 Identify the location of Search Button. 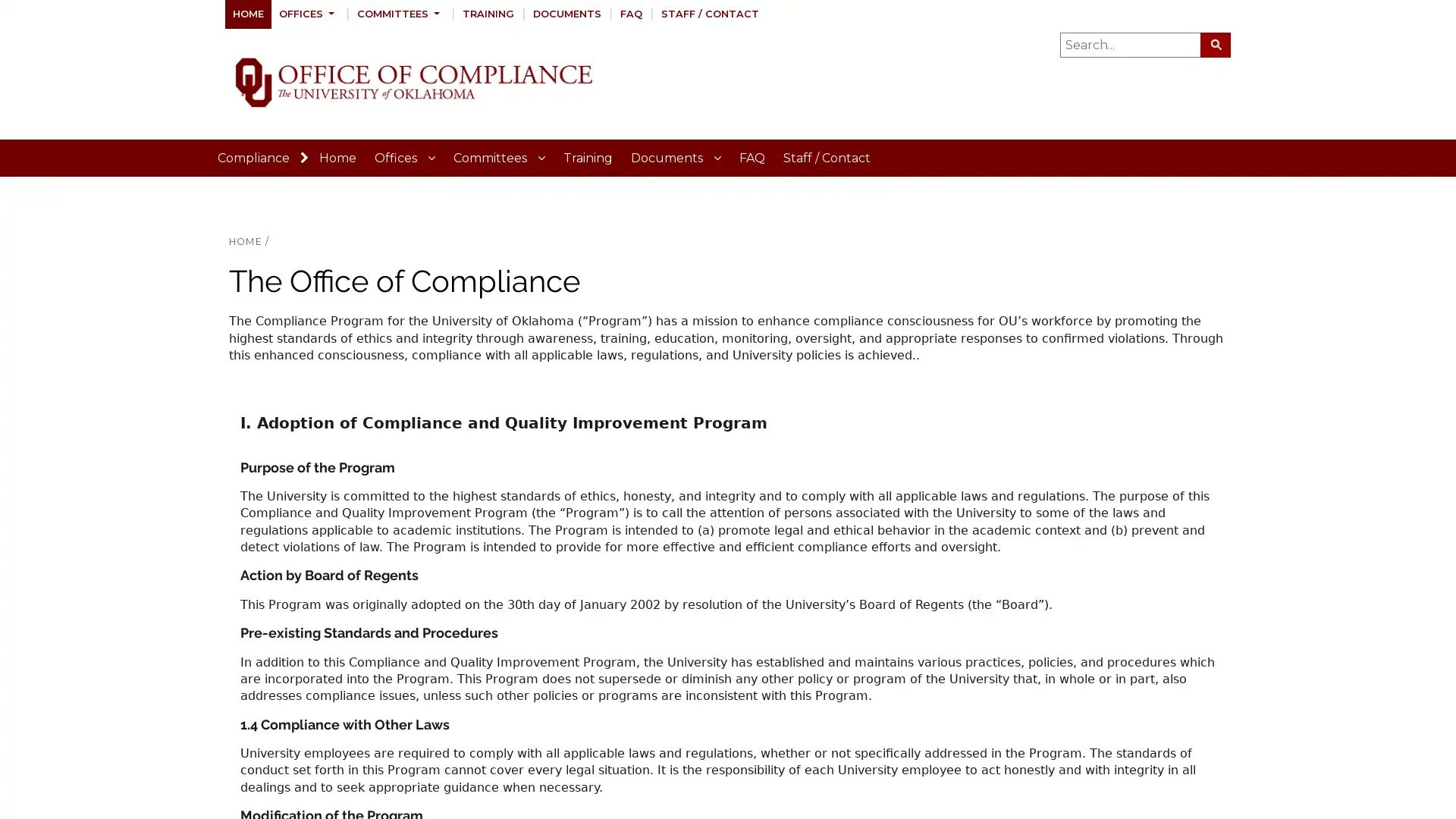
(1216, 43).